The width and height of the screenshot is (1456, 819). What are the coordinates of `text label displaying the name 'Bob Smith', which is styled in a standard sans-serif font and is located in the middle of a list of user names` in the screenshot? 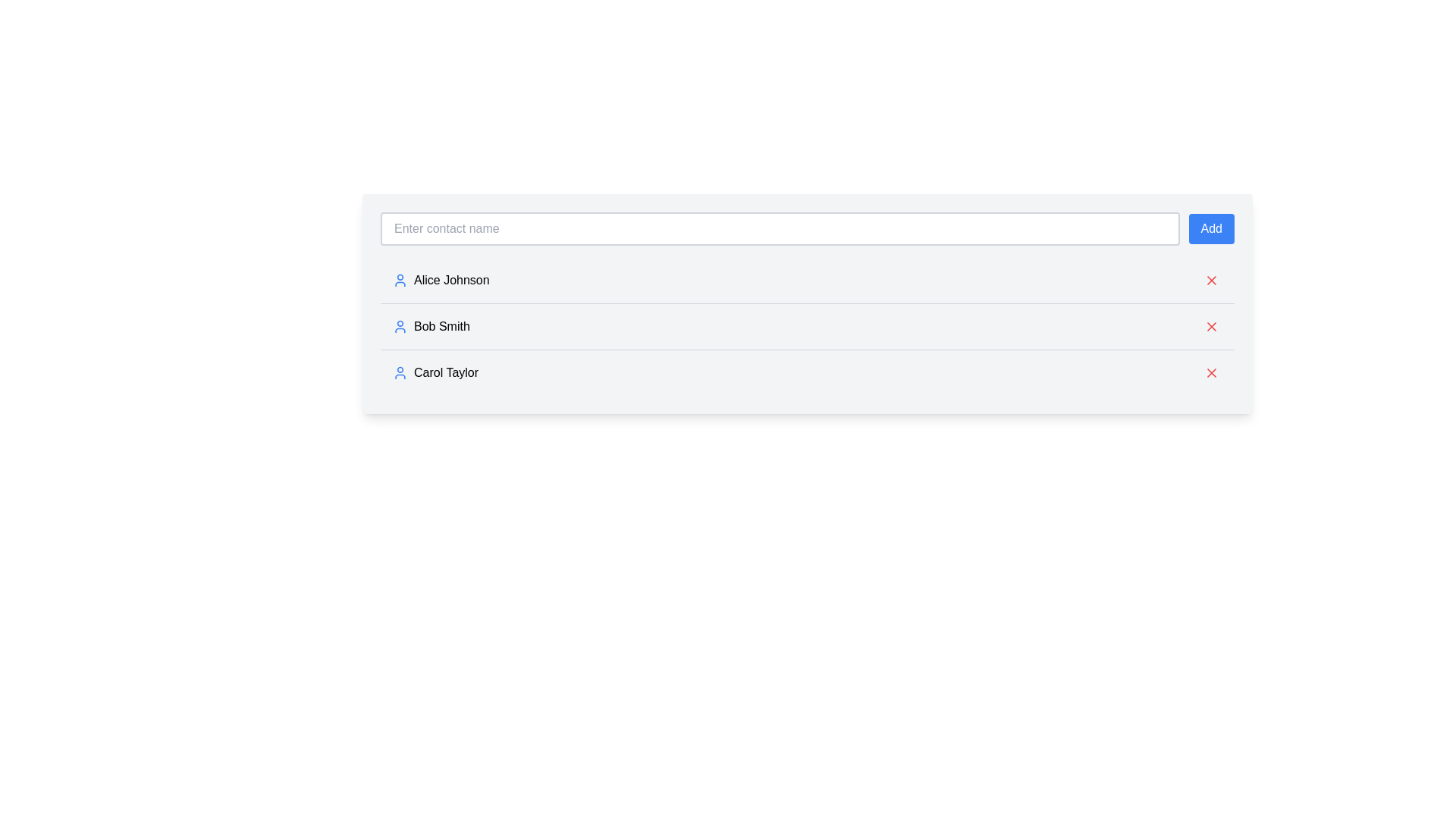 It's located at (430, 326).